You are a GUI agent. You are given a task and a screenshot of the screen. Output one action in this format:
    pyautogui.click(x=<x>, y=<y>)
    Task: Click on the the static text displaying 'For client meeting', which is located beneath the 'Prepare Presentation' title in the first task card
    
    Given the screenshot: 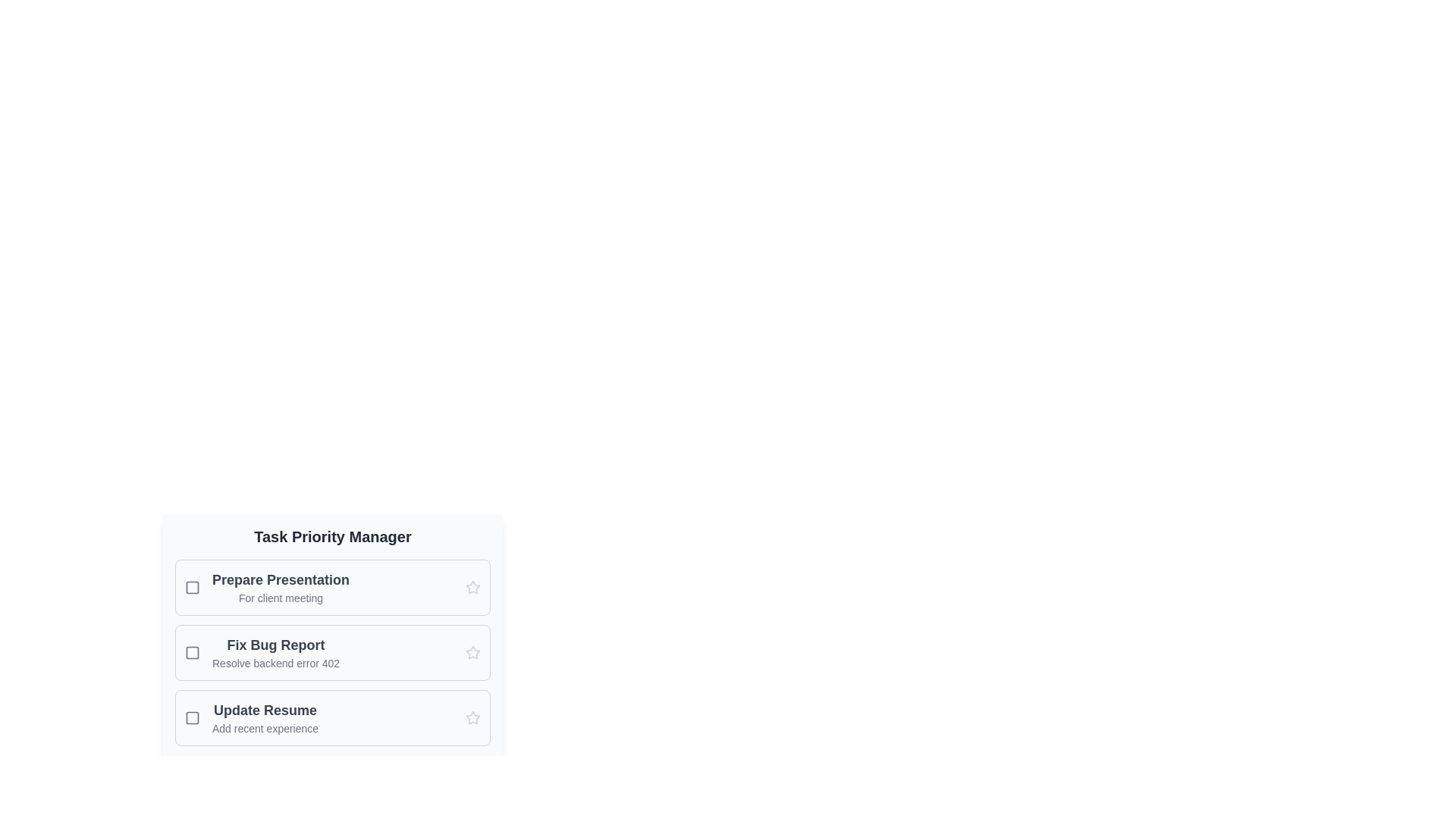 What is the action you would take?
    pyautogui.click(x=281, y=598)
    